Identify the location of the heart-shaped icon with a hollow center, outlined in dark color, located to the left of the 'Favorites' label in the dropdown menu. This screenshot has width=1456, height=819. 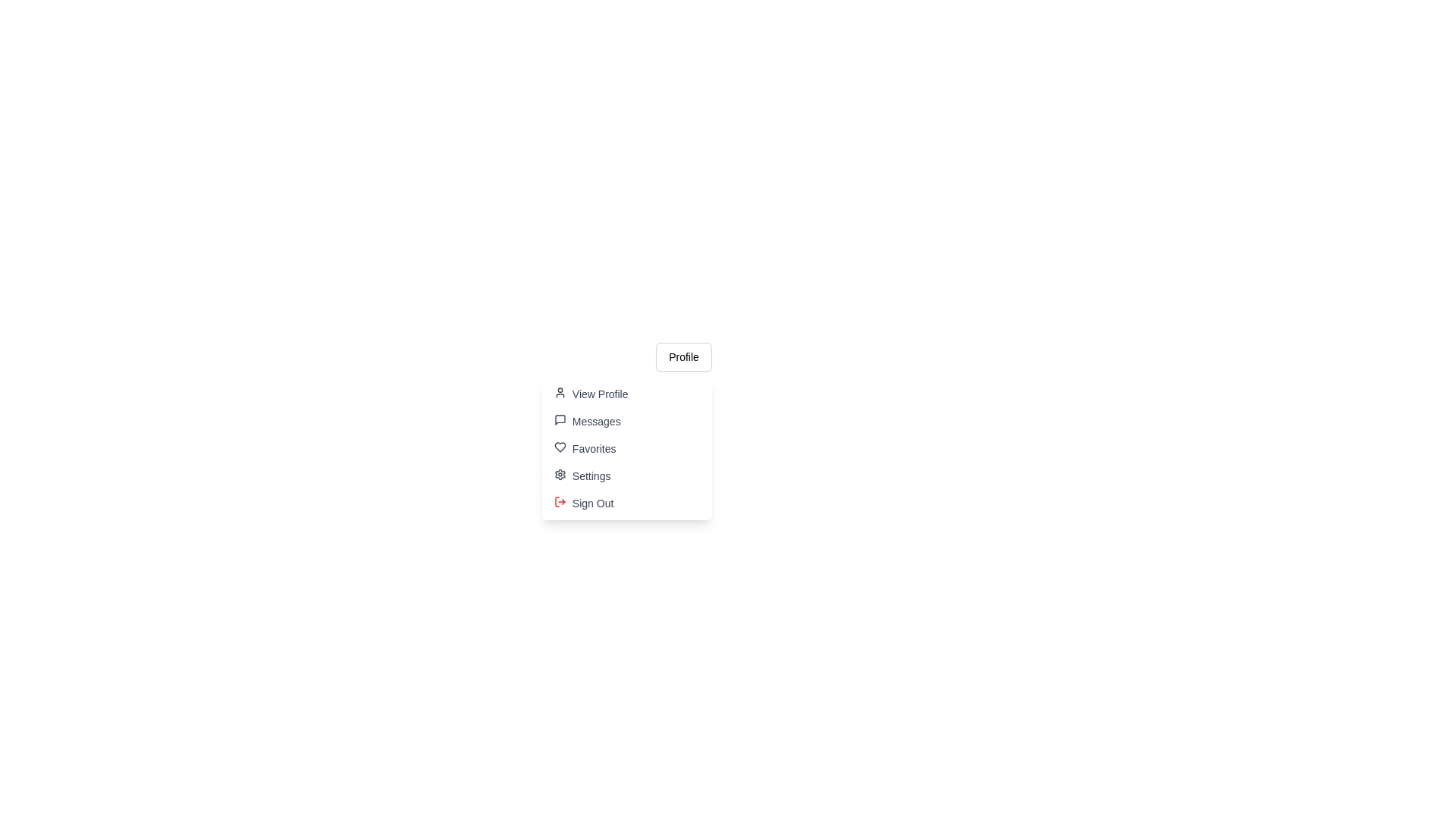
(559, 447).